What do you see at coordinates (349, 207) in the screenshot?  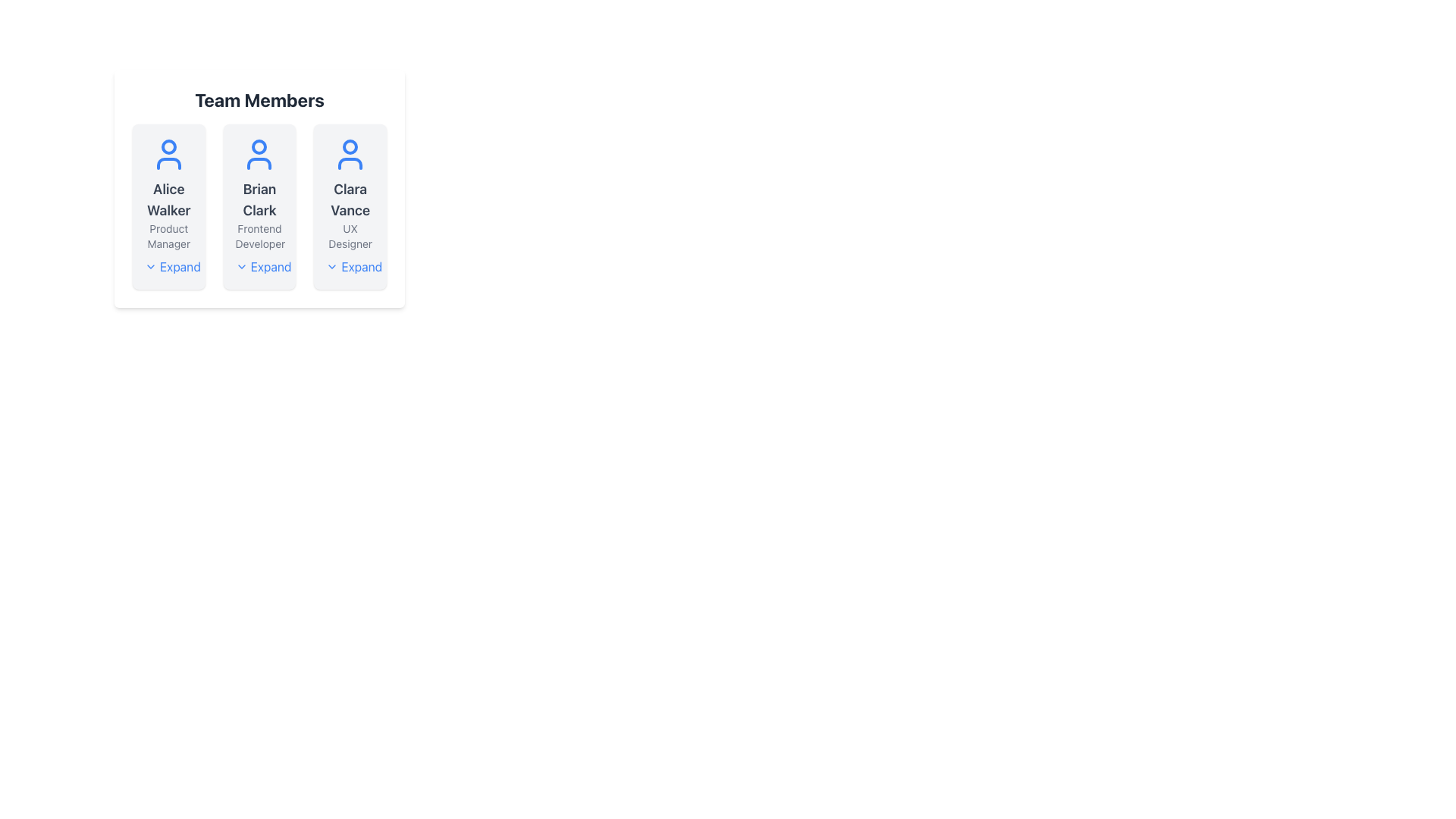 I see `the Profile Card for 'Clara Vance'` at bounding box center [349, 207].